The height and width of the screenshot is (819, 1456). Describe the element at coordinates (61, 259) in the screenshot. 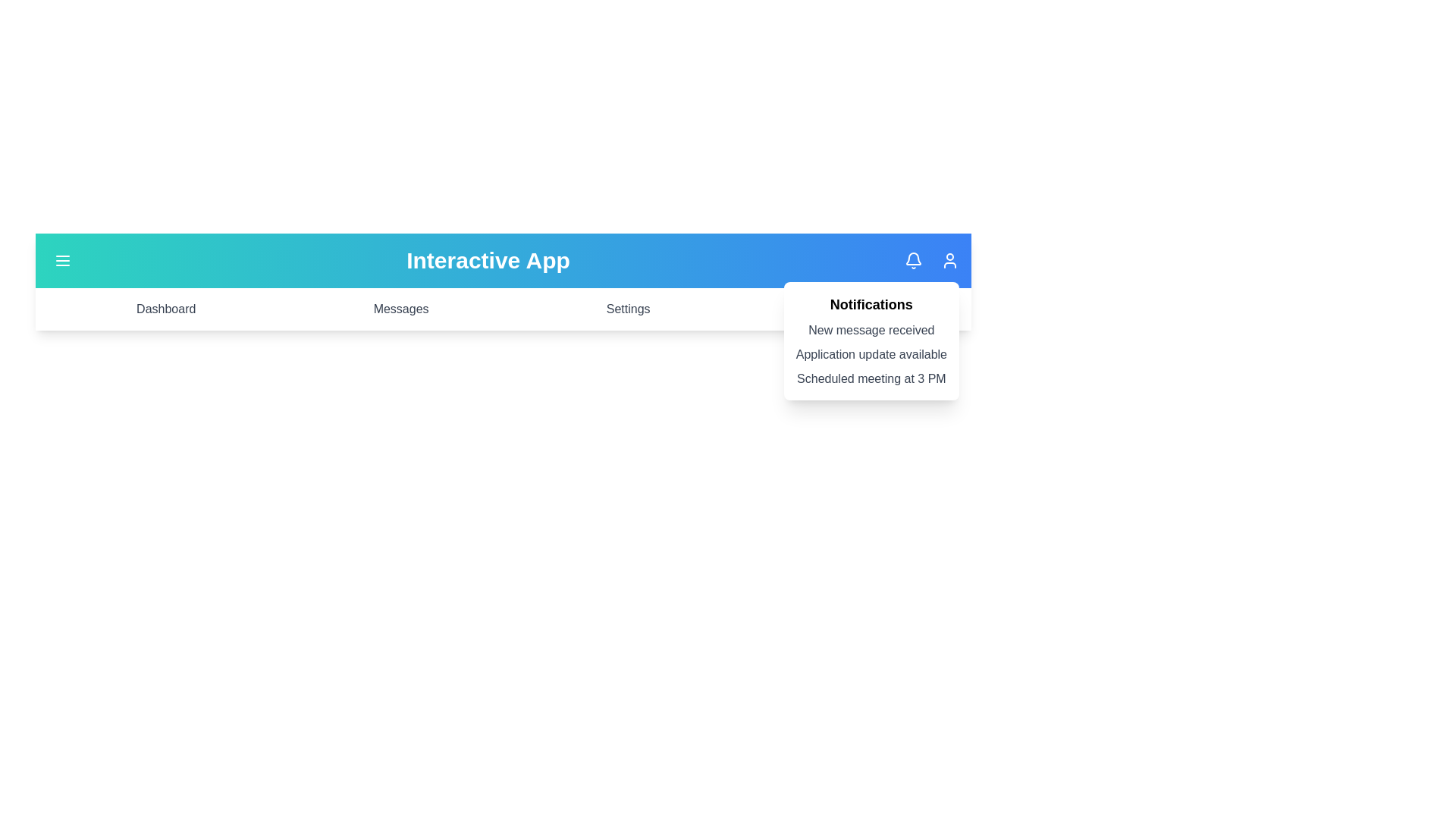

I see `the menu icon to toggle the menu visibility` at that location.